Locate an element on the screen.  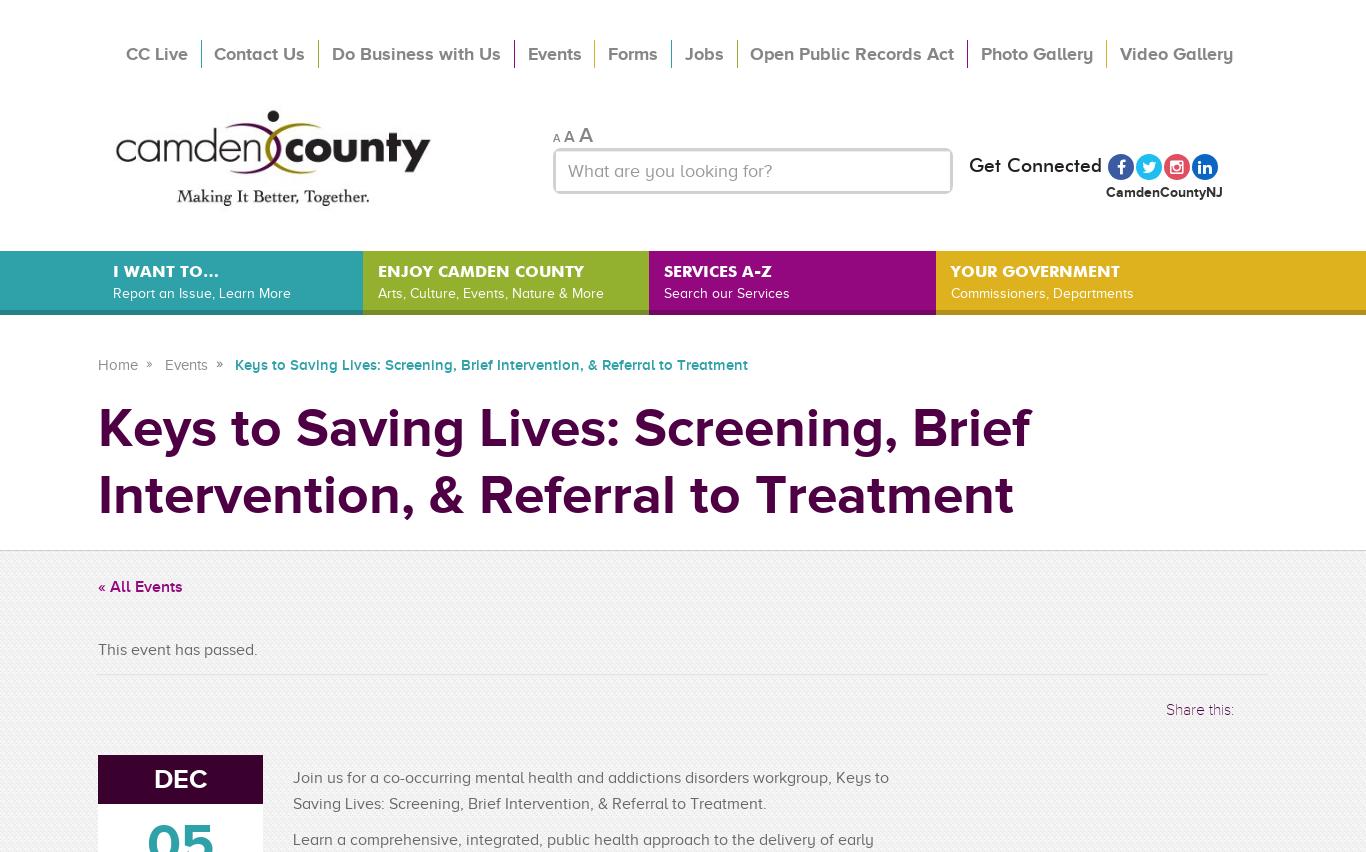
'Photo Gallery' is located at coordinates (1034, 52).